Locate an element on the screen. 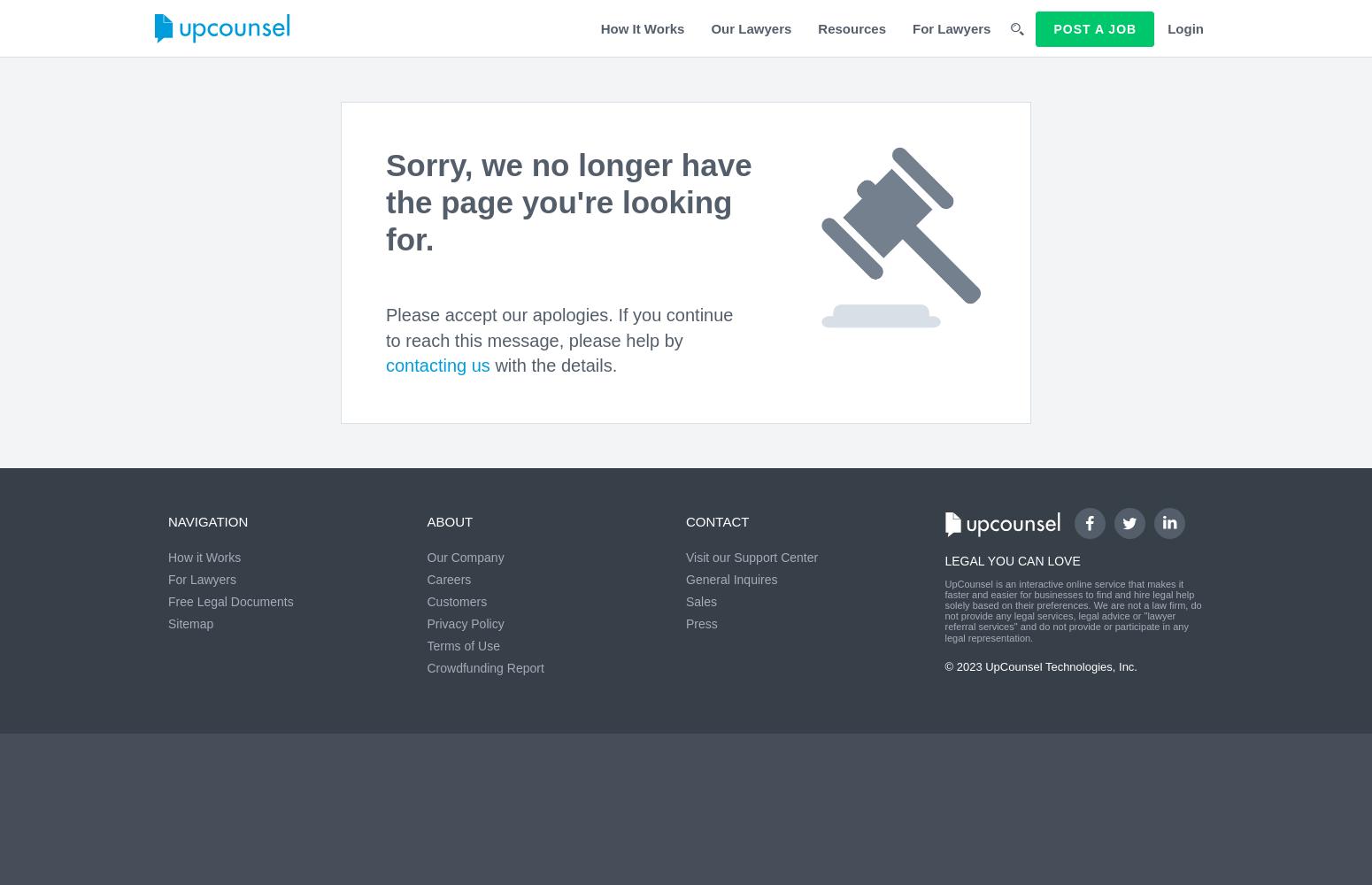  '©  2023 UpCounsel Technologies, Inc.' is located at coordinates (1040, 666).